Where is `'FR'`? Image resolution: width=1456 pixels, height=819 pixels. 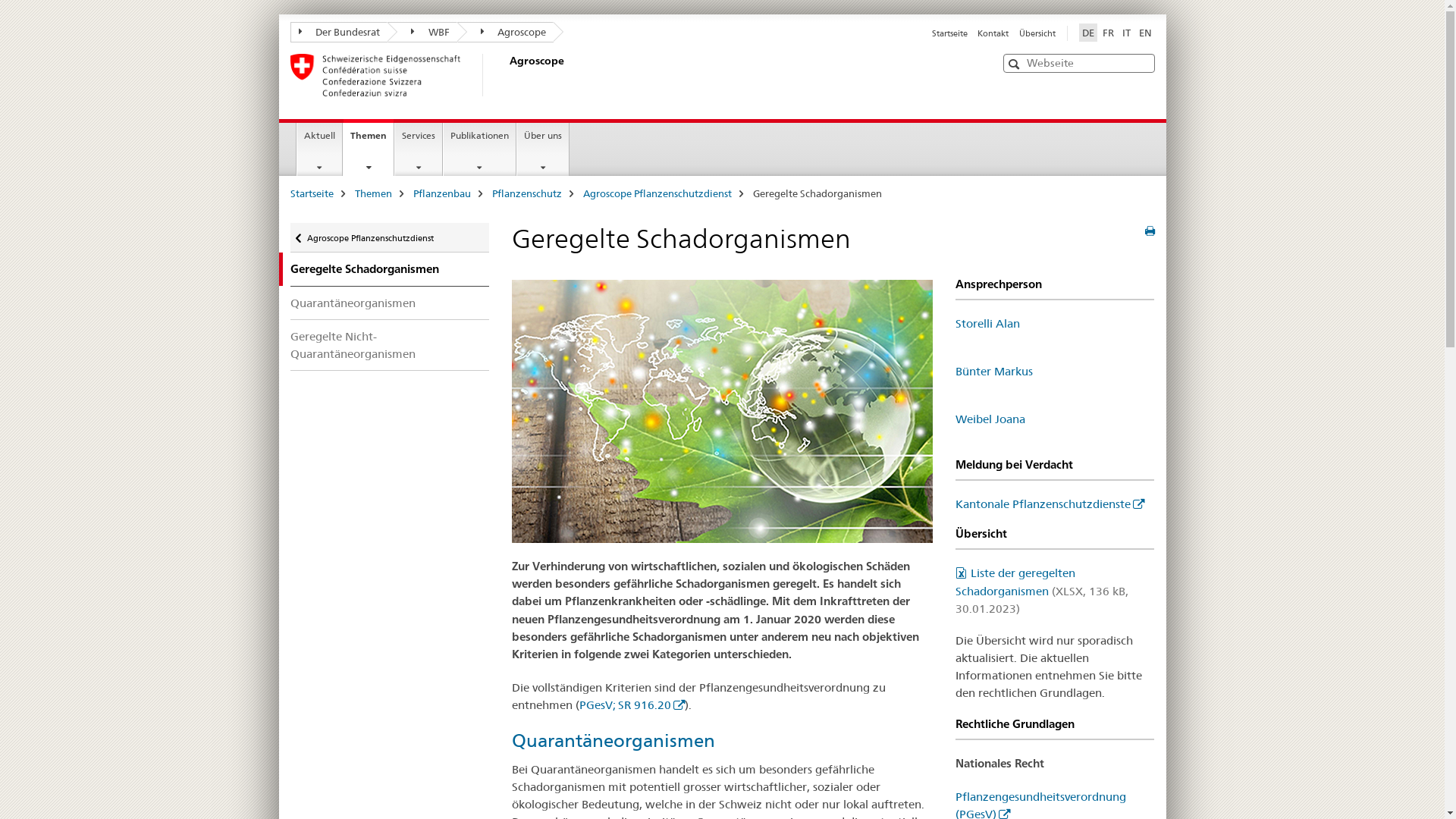 'FR' is located at coordinates (1108, 32).